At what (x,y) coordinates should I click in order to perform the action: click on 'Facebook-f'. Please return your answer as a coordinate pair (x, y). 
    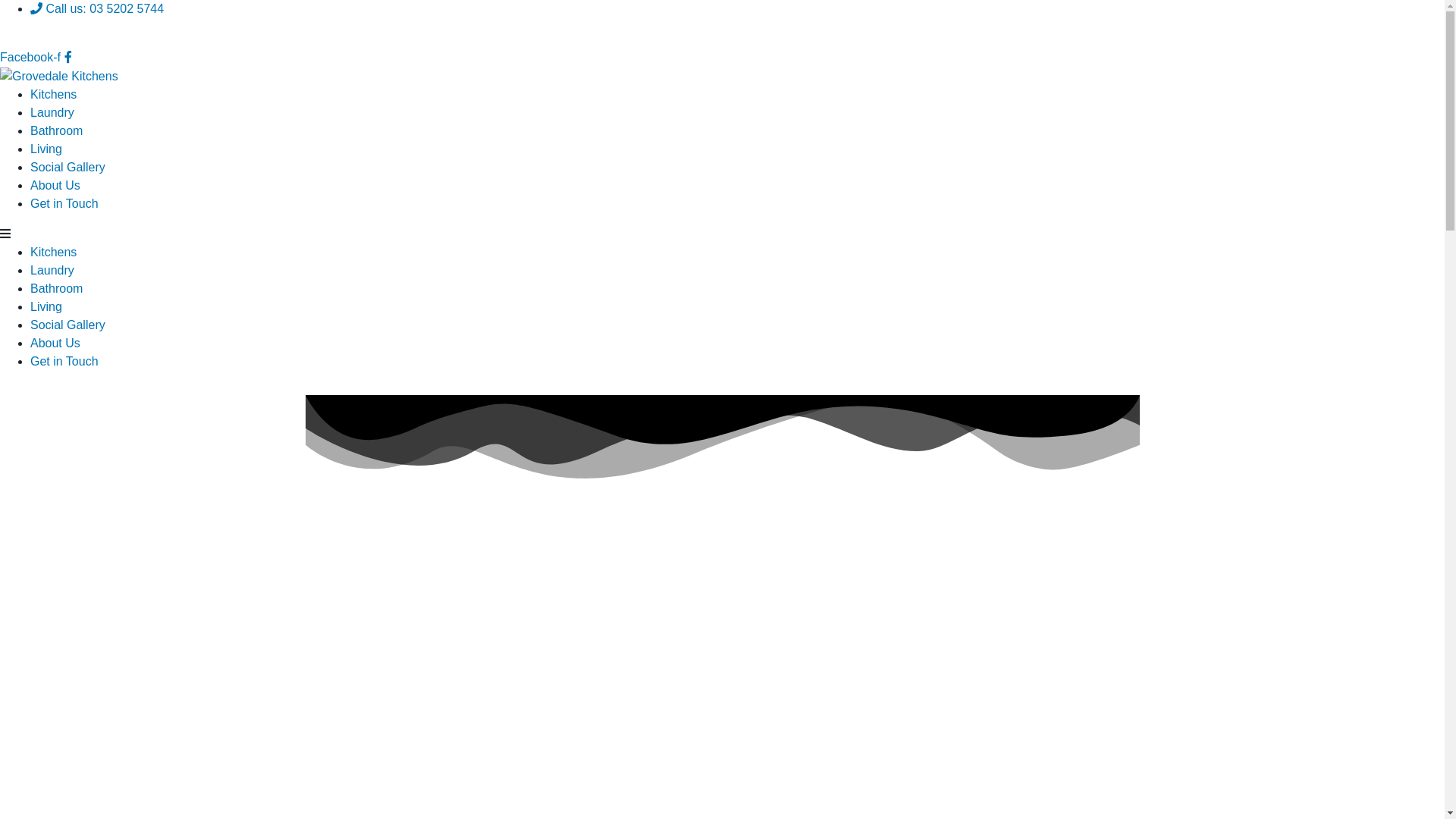
    Looking at the image, I should click on (36, 56).